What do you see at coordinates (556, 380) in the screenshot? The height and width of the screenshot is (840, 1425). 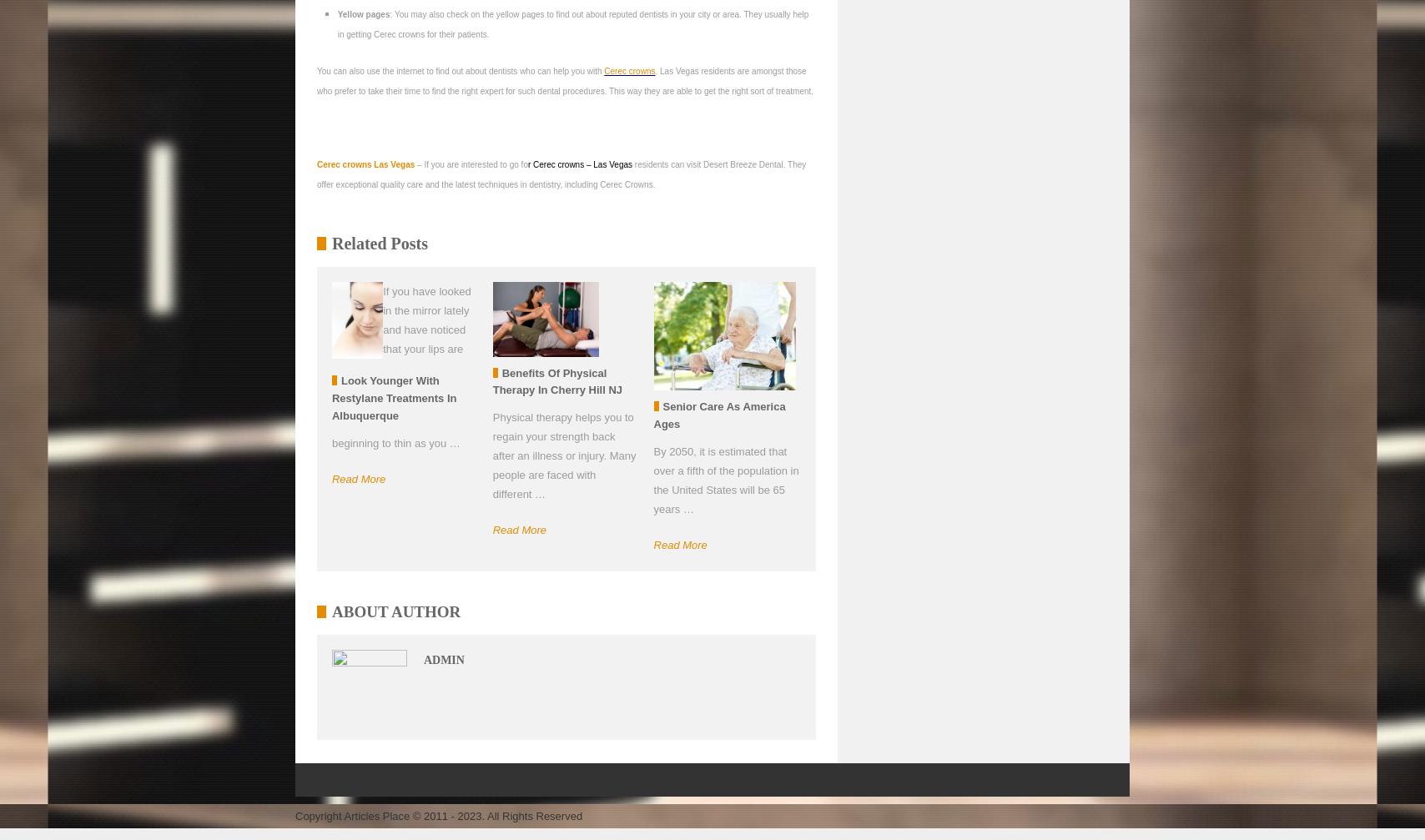 I see `'Benefits of Physical Therapy in Cherry Hill NJ'` at bounding box center [556, 380].